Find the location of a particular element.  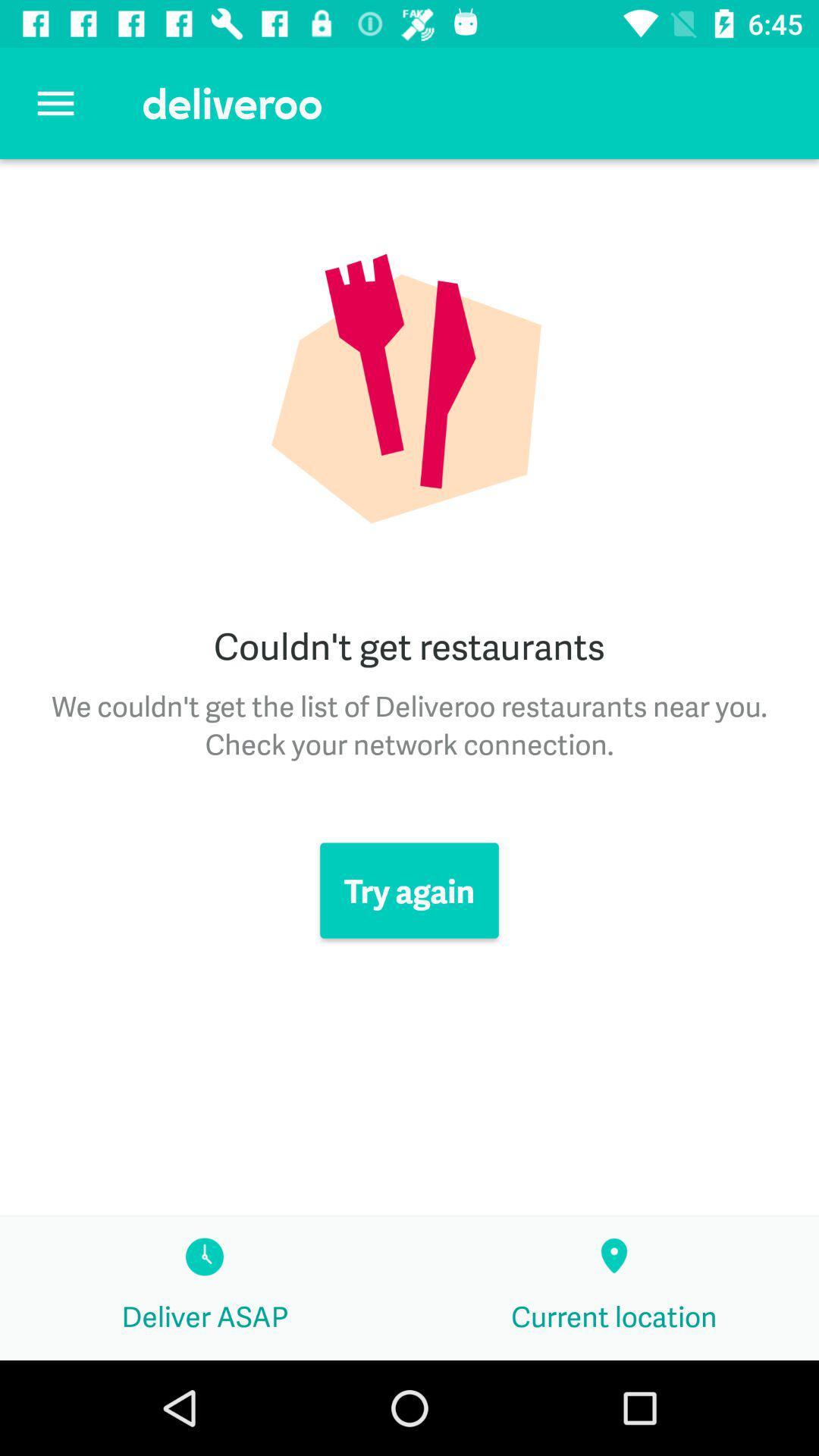

icon next to current location item is located at coordinates (205, 1288).